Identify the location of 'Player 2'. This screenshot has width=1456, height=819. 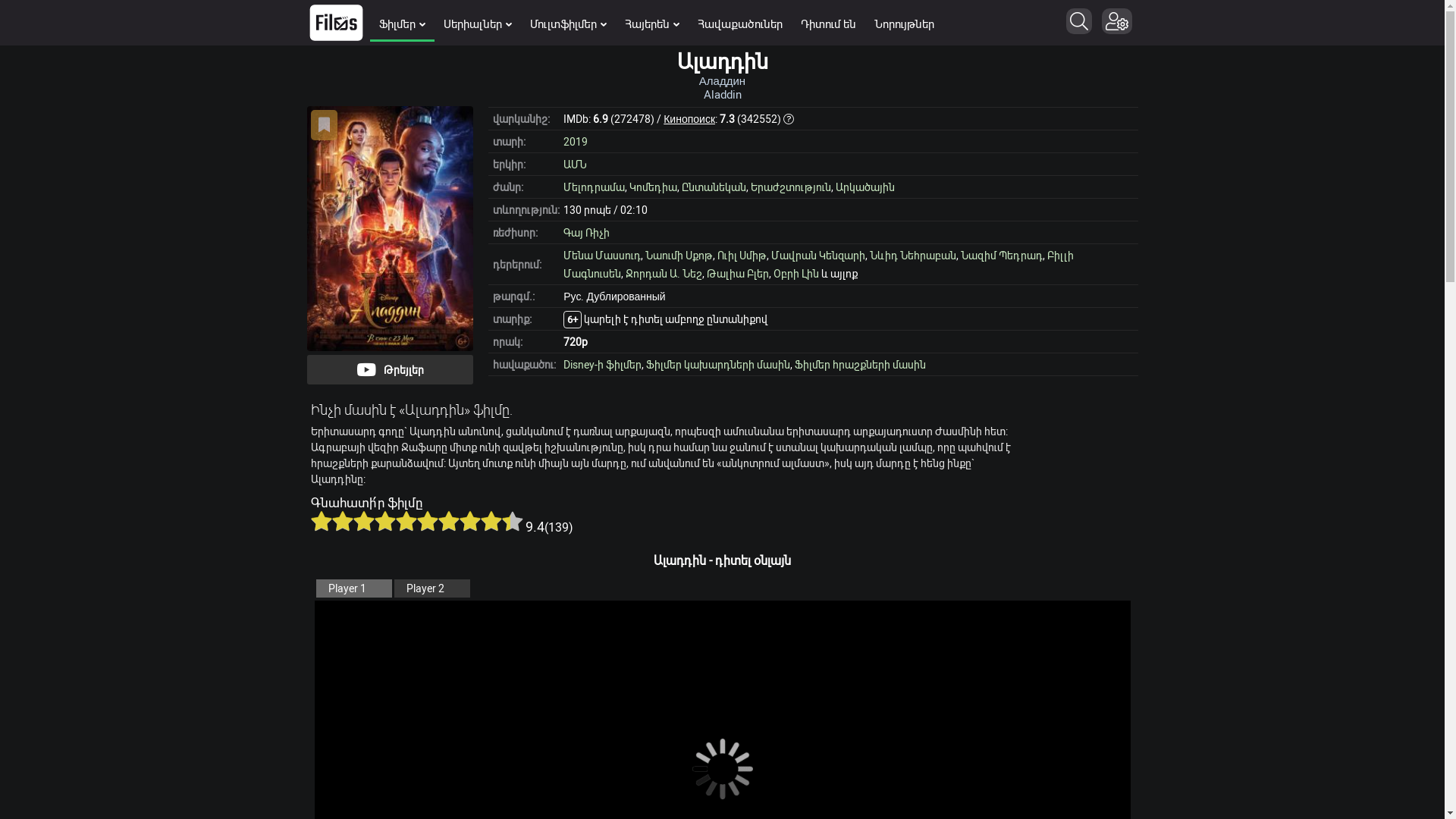
(431, 587).